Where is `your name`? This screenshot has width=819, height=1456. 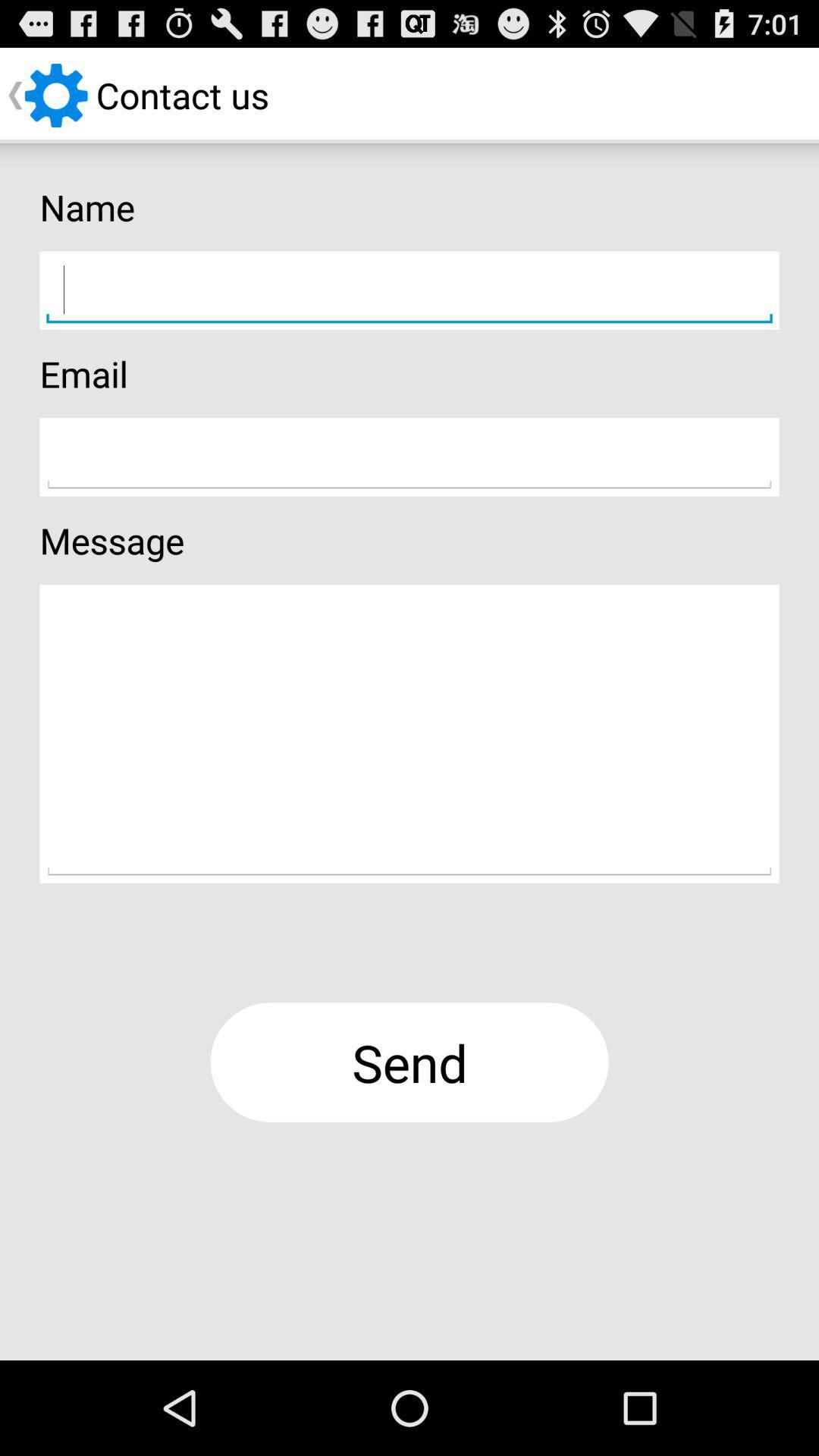
your name is located at coordinates (409, 290).